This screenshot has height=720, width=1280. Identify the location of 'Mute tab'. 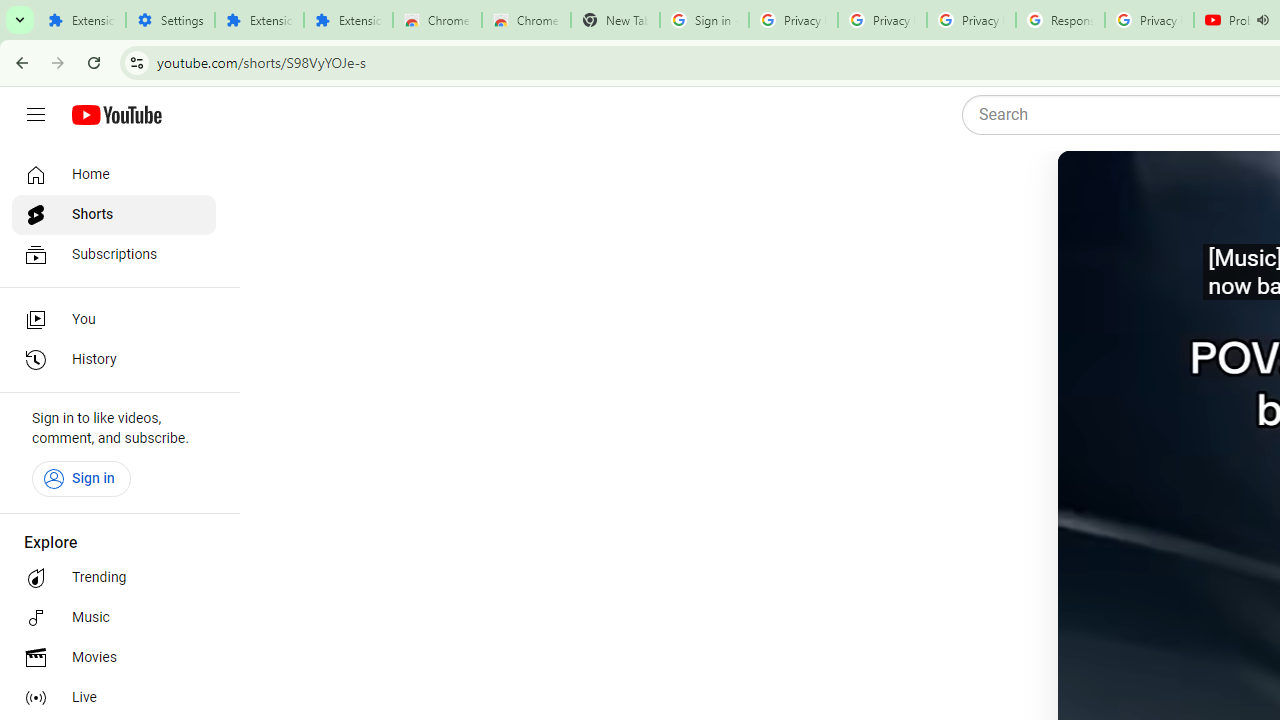
(1261, 20).